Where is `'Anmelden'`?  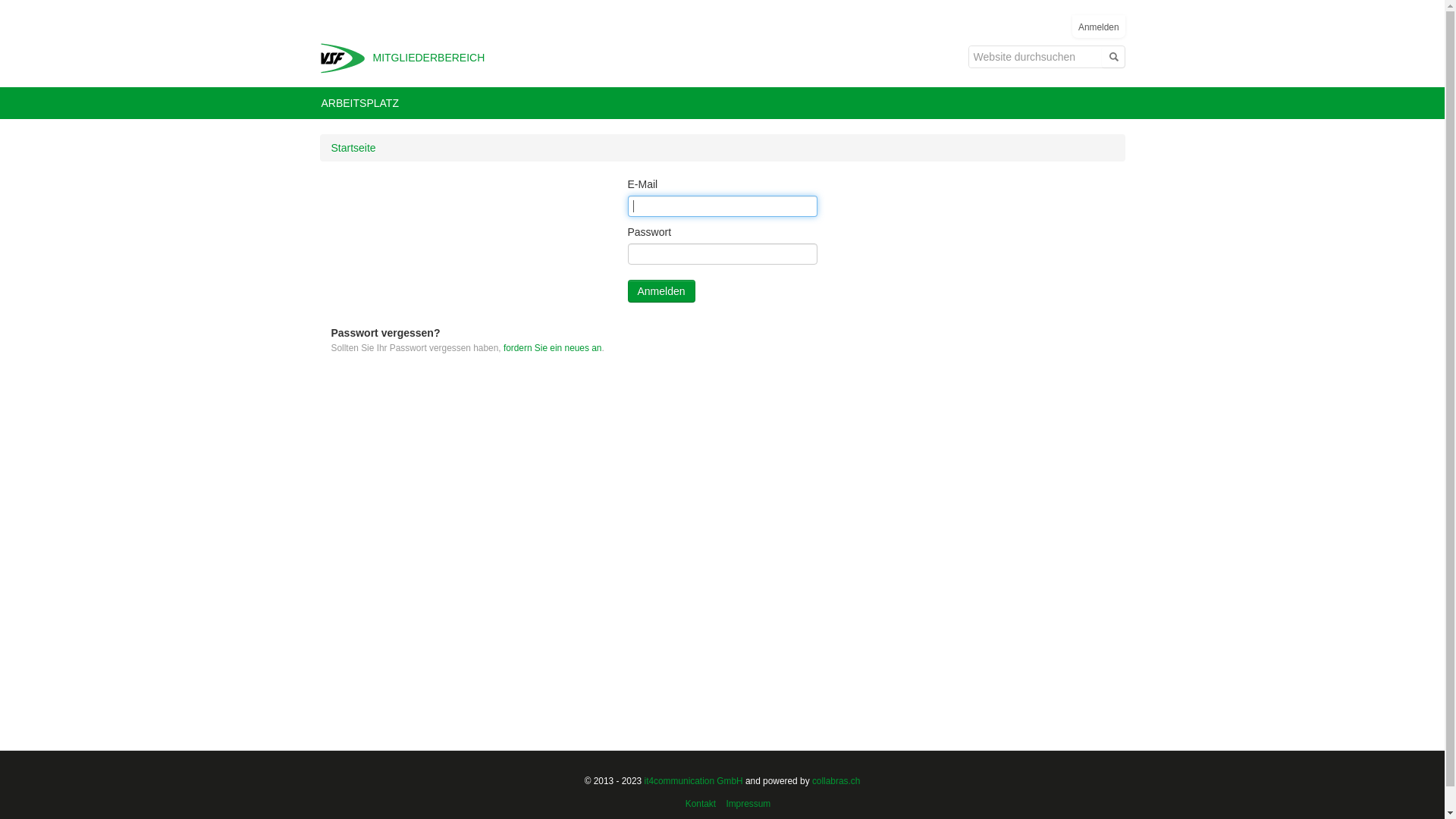 'Anmelden' is located at coordinates (661, 291).